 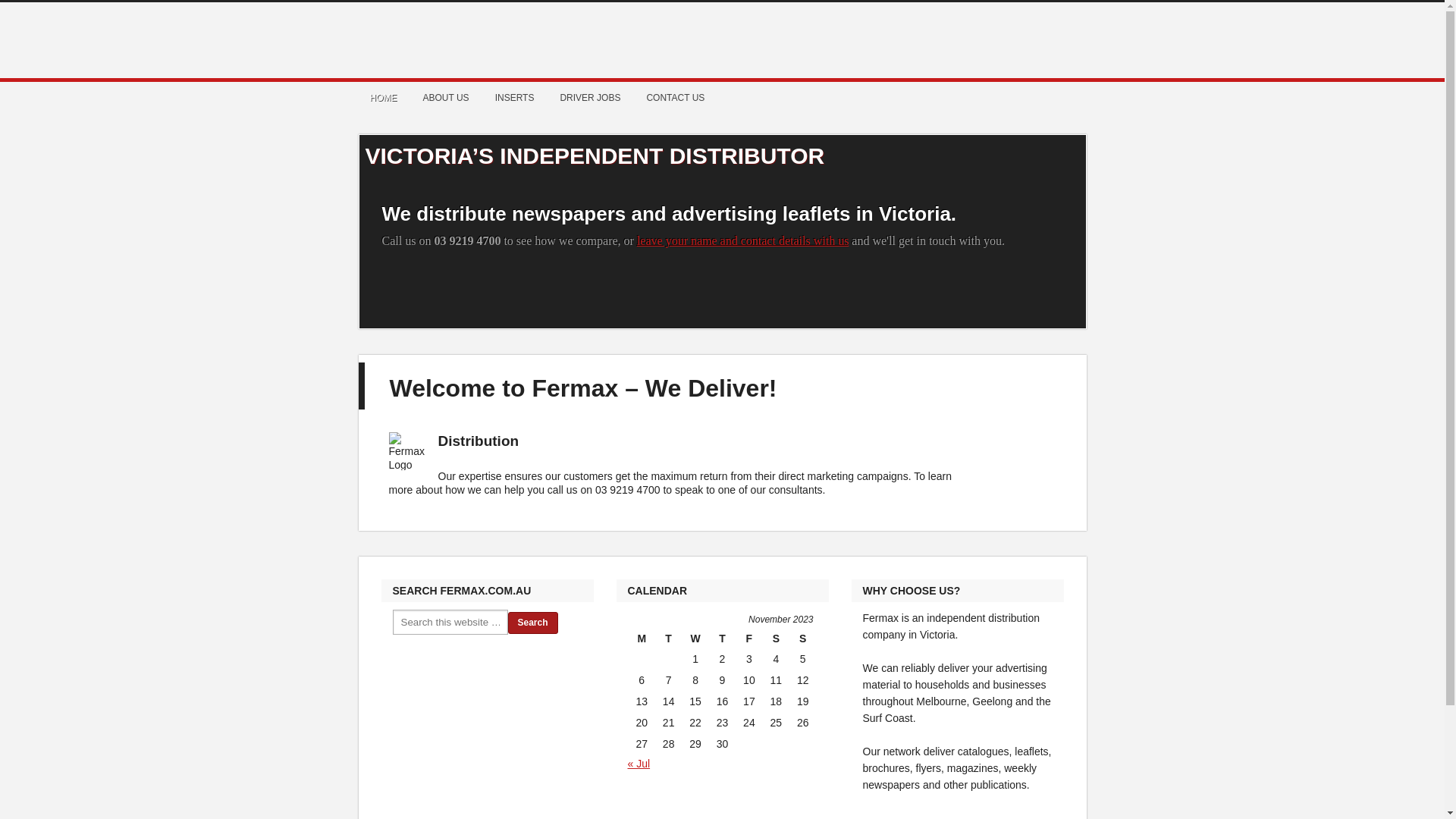 I want to click on 'leave your name and contact details with us', so click(x=637, y=240).